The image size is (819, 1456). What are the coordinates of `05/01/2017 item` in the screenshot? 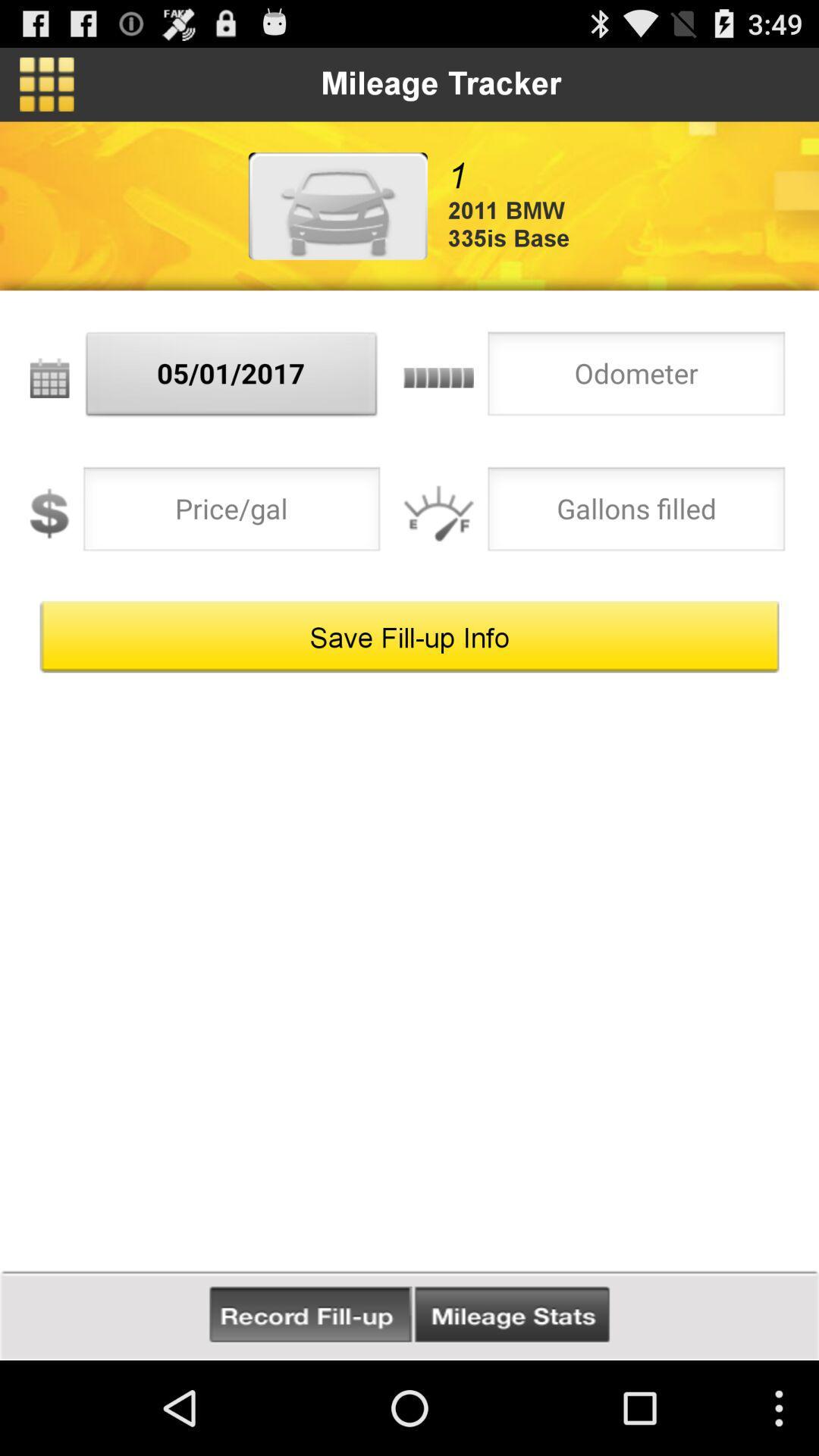 It's located at (231, 378).